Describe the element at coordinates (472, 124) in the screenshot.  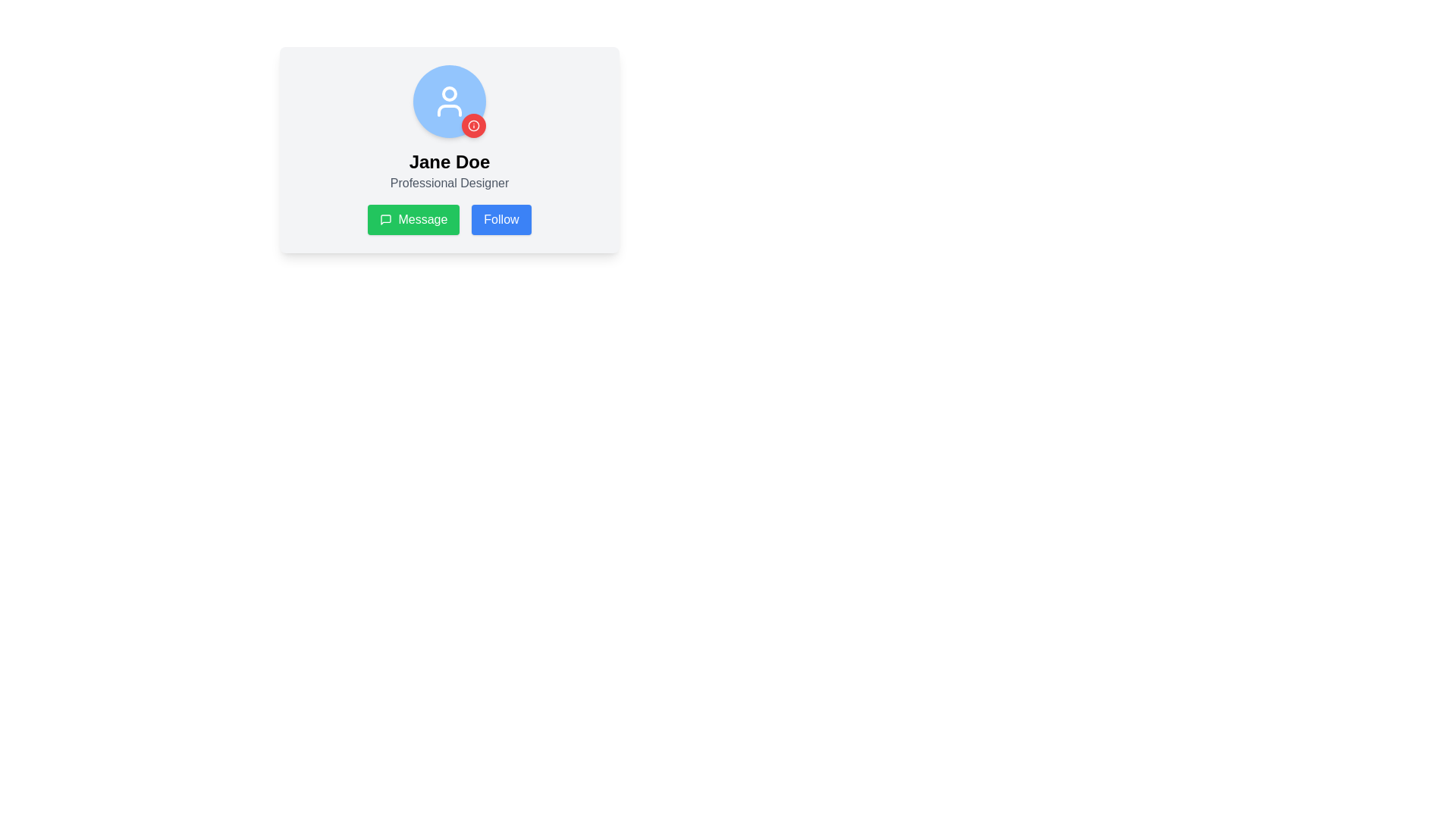
I see `the small circular icon with a red background and white 'info' symbol located at the bottom-right corner of the profile image area` at that location.